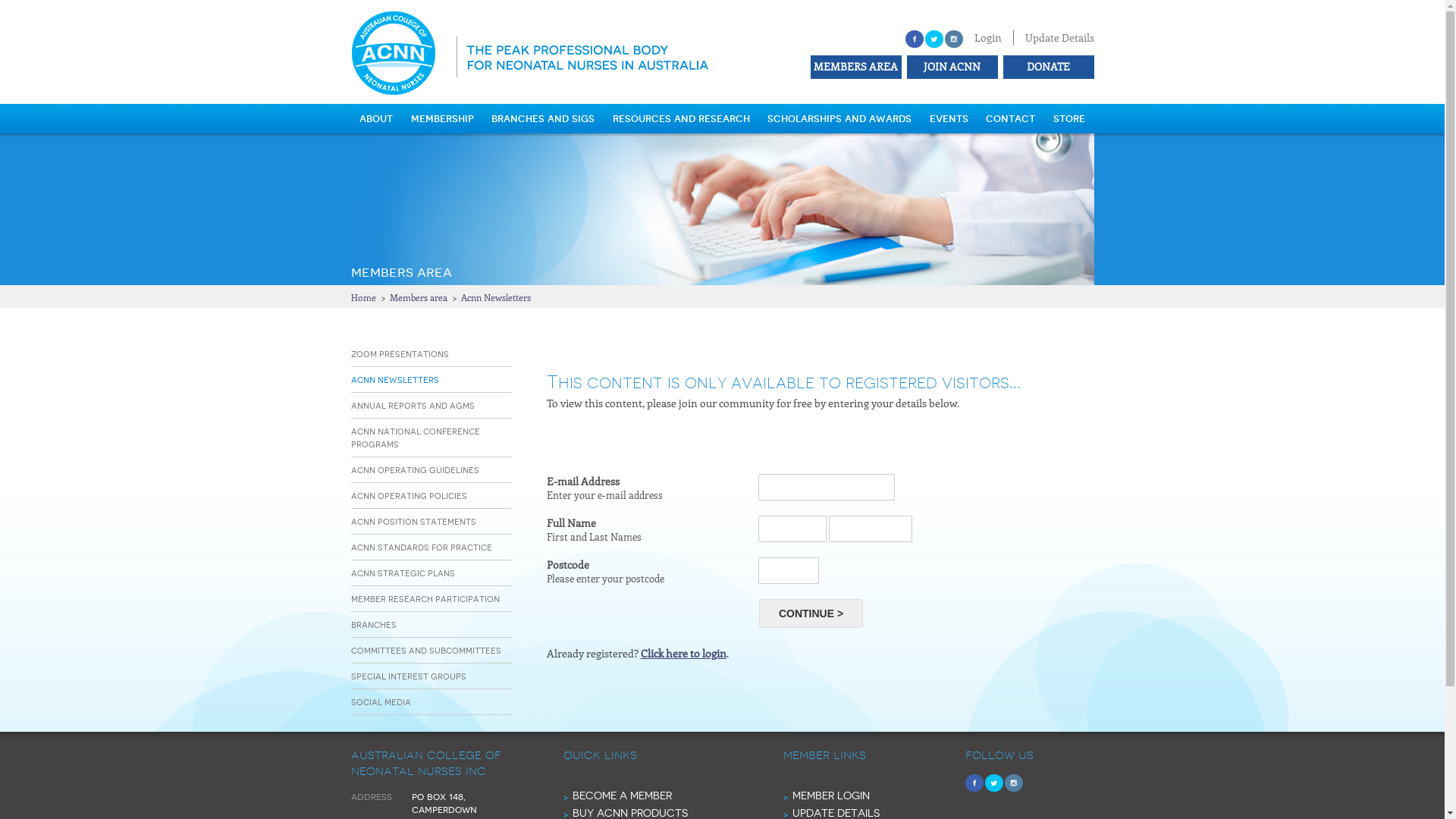  What do you see at coordinates (542, 118) in the screenshot?
I see `'branches and sigs'` at bounding box center [542, 118].